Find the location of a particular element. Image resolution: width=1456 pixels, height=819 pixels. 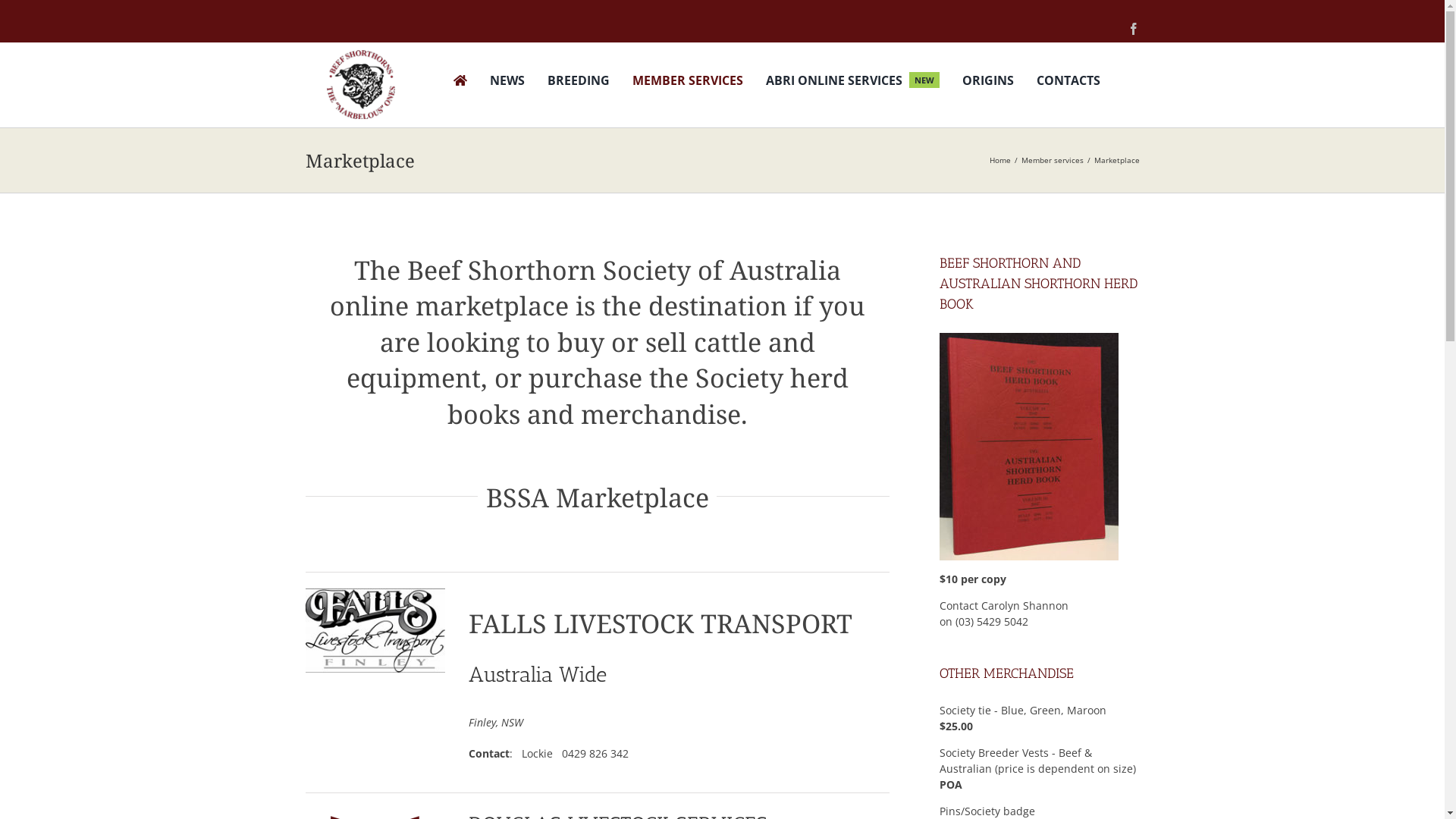

'NEWS' is located at coordinates (507, 82).